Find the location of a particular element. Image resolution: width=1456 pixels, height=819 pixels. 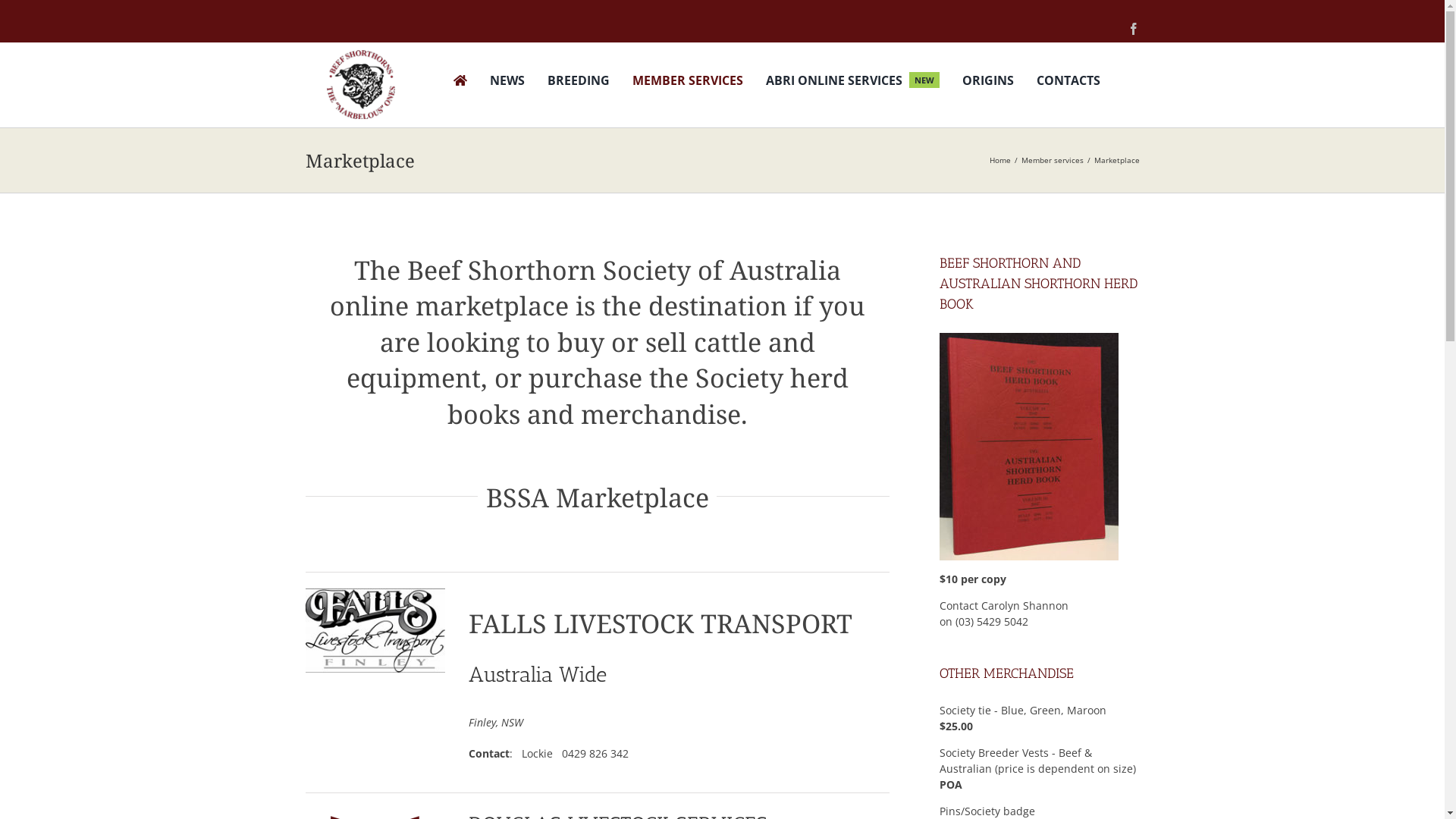

'NEWS' is located at coordinates (507, 82).